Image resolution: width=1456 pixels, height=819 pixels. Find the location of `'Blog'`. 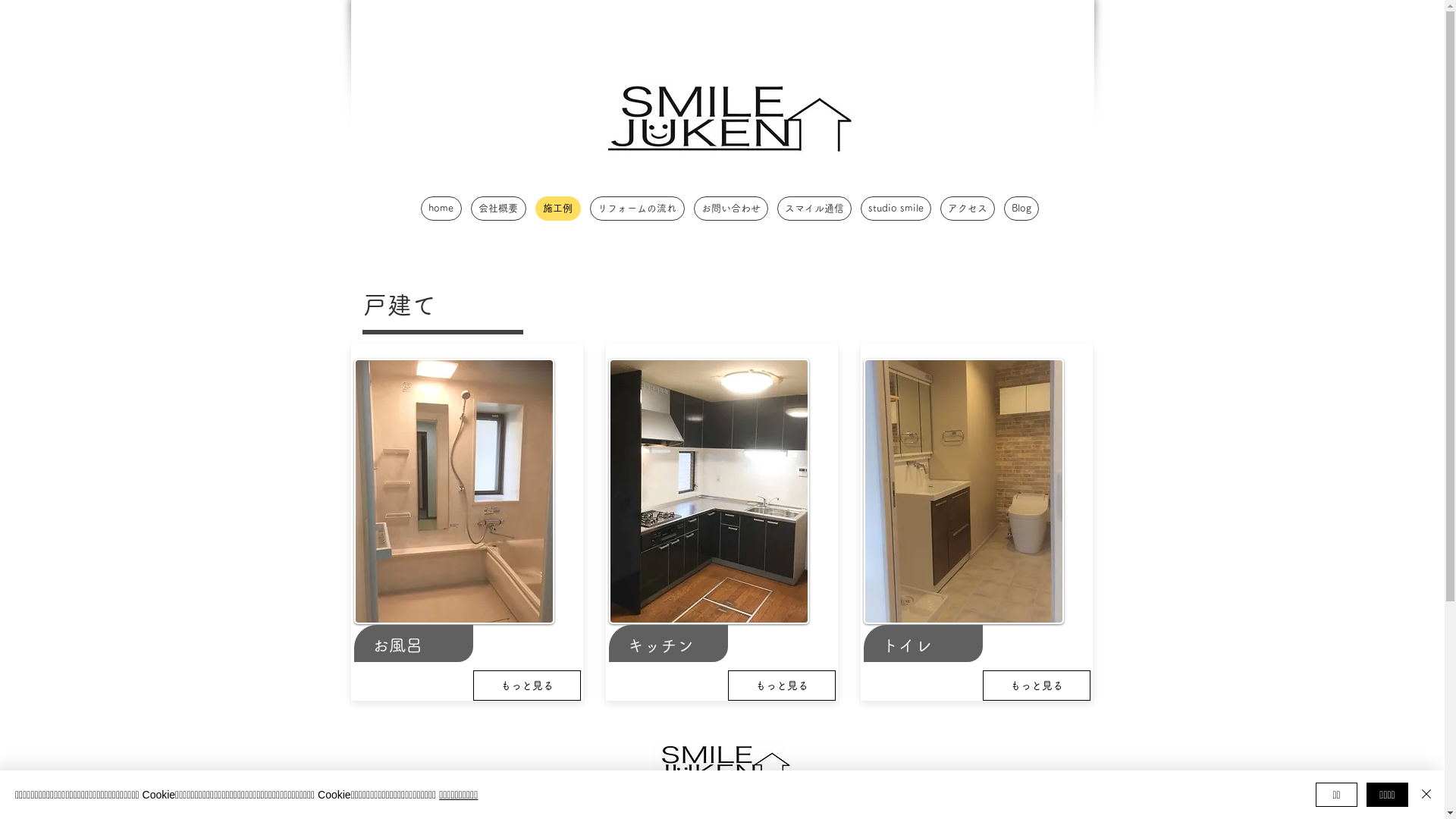

'Blog' is located at coordinates (1004, 208).